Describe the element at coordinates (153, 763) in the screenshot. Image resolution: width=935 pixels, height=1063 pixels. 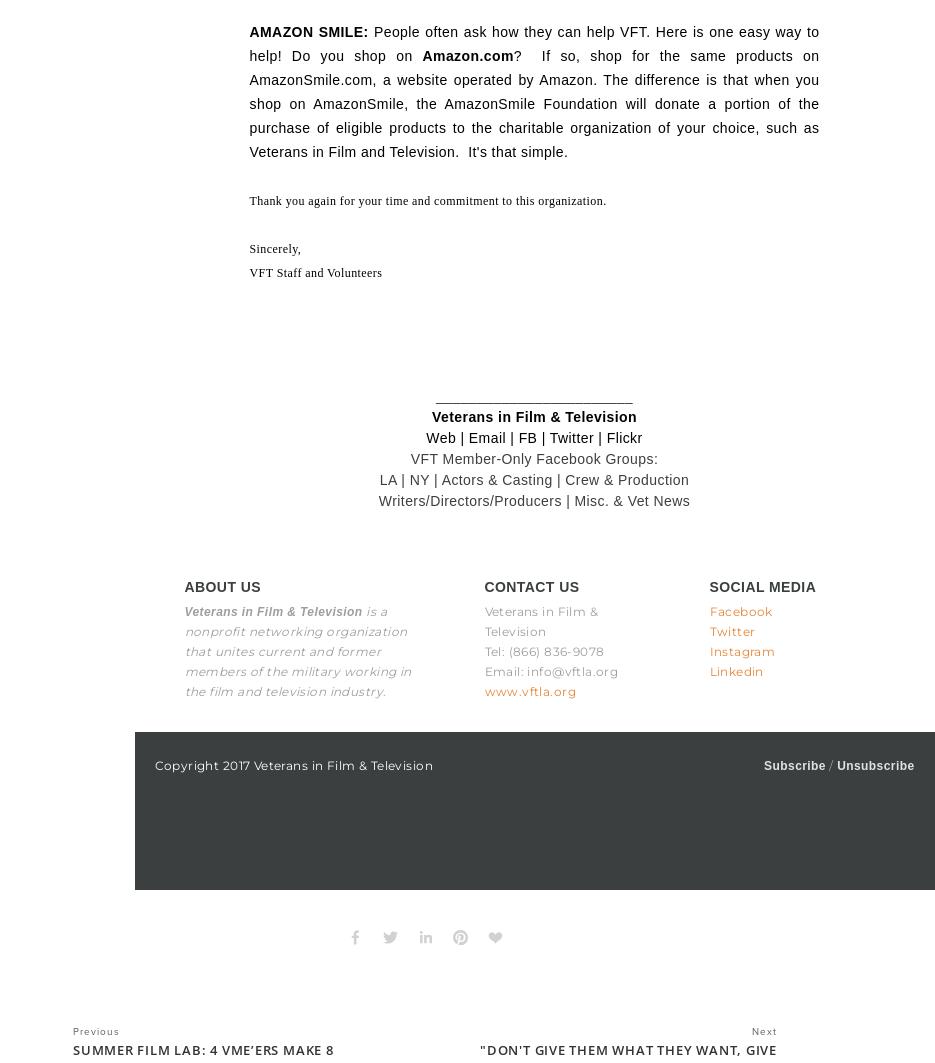
I see `'Copyright 2017 Veterans in Film & Television'` at that location.